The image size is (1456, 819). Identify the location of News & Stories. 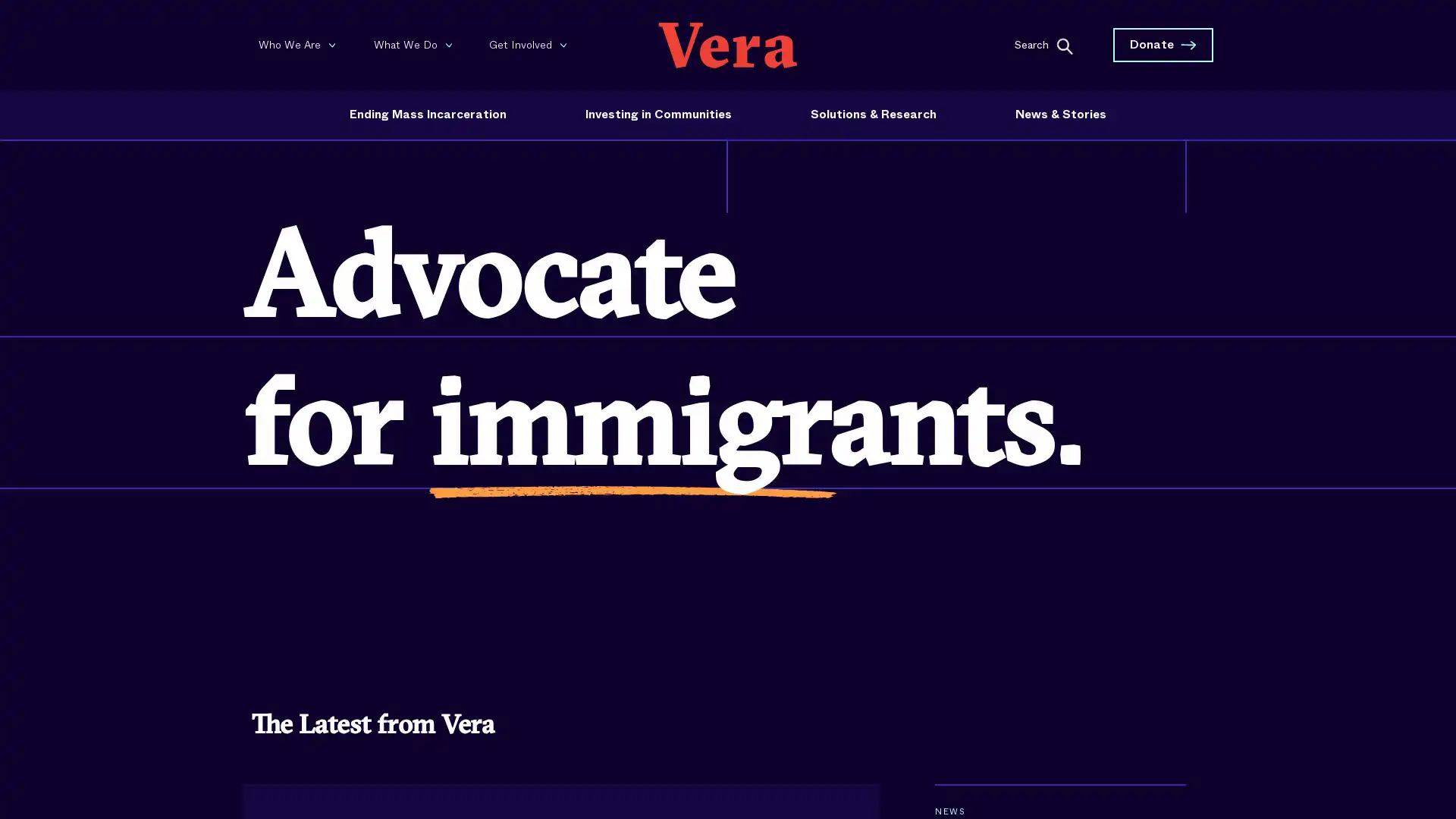
(1059, 114).